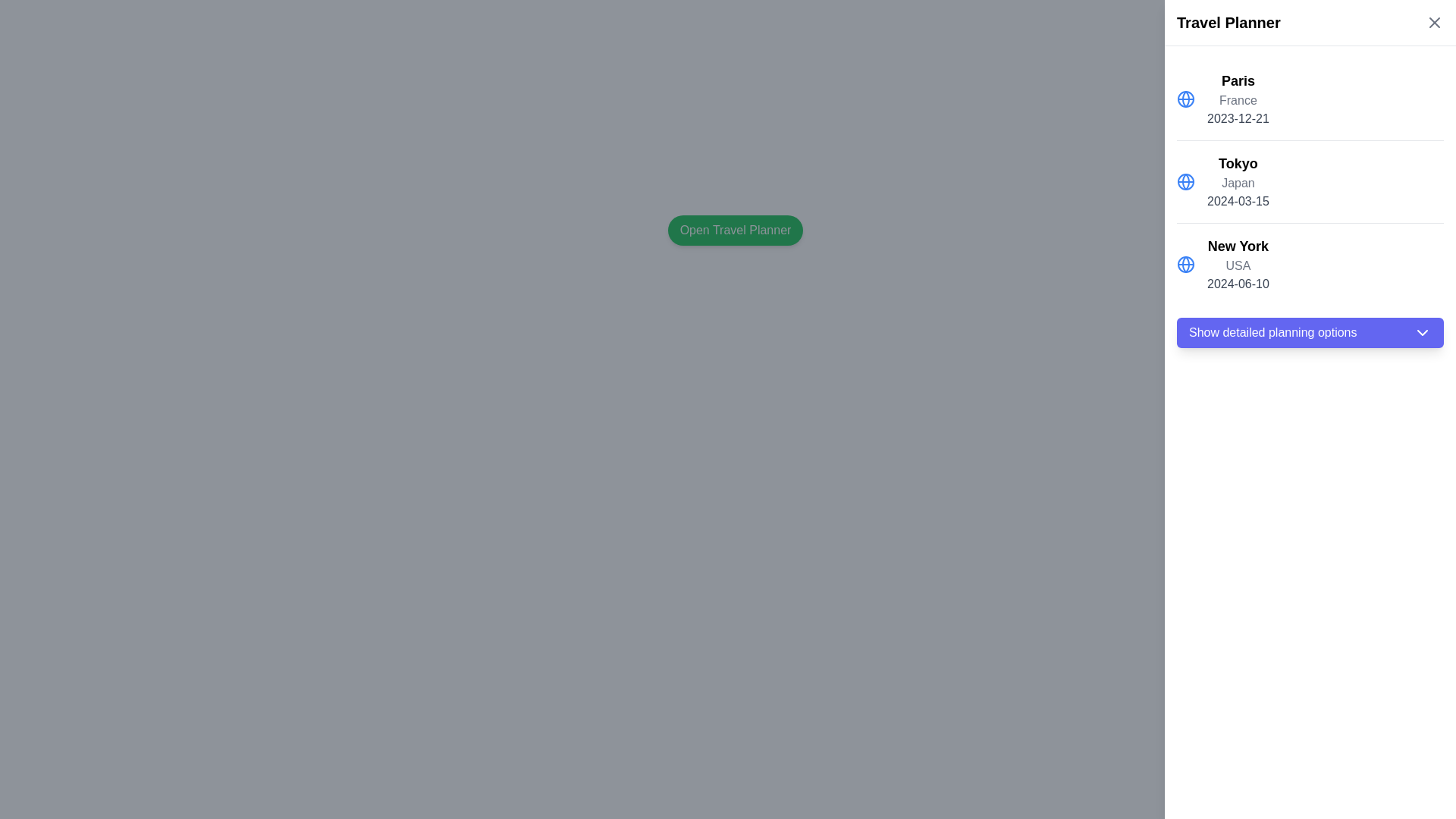 The height and width of the screenshot is (819, 1456). I want to click on the circular icon with a blue outline featuring a globe symbol, which is prominently located near the left side of its group, adjacent to the text details about 'Tokyo', 'Japan', and a date, so click(1185, 99).